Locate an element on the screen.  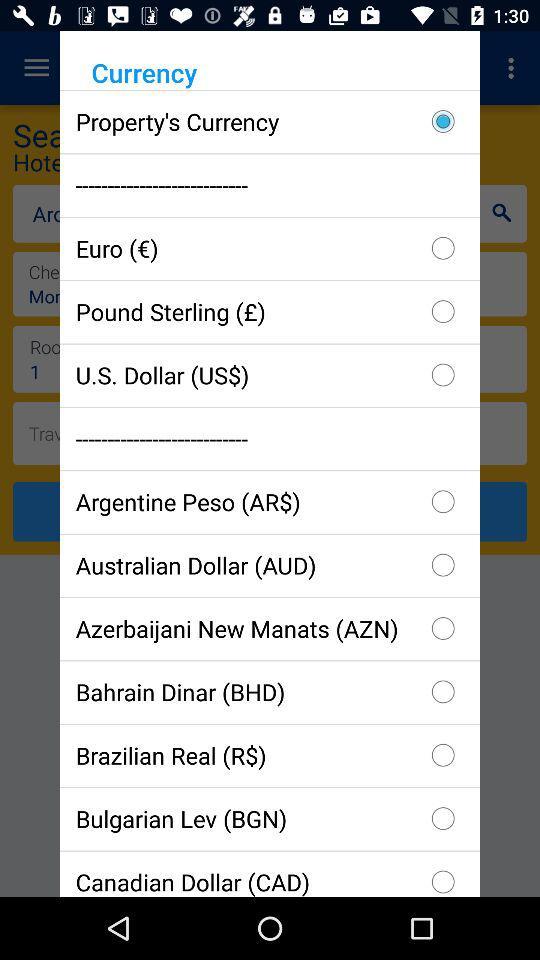
the icon below the bahrain dinar (bhd) item is located at coordinates (270, 754).